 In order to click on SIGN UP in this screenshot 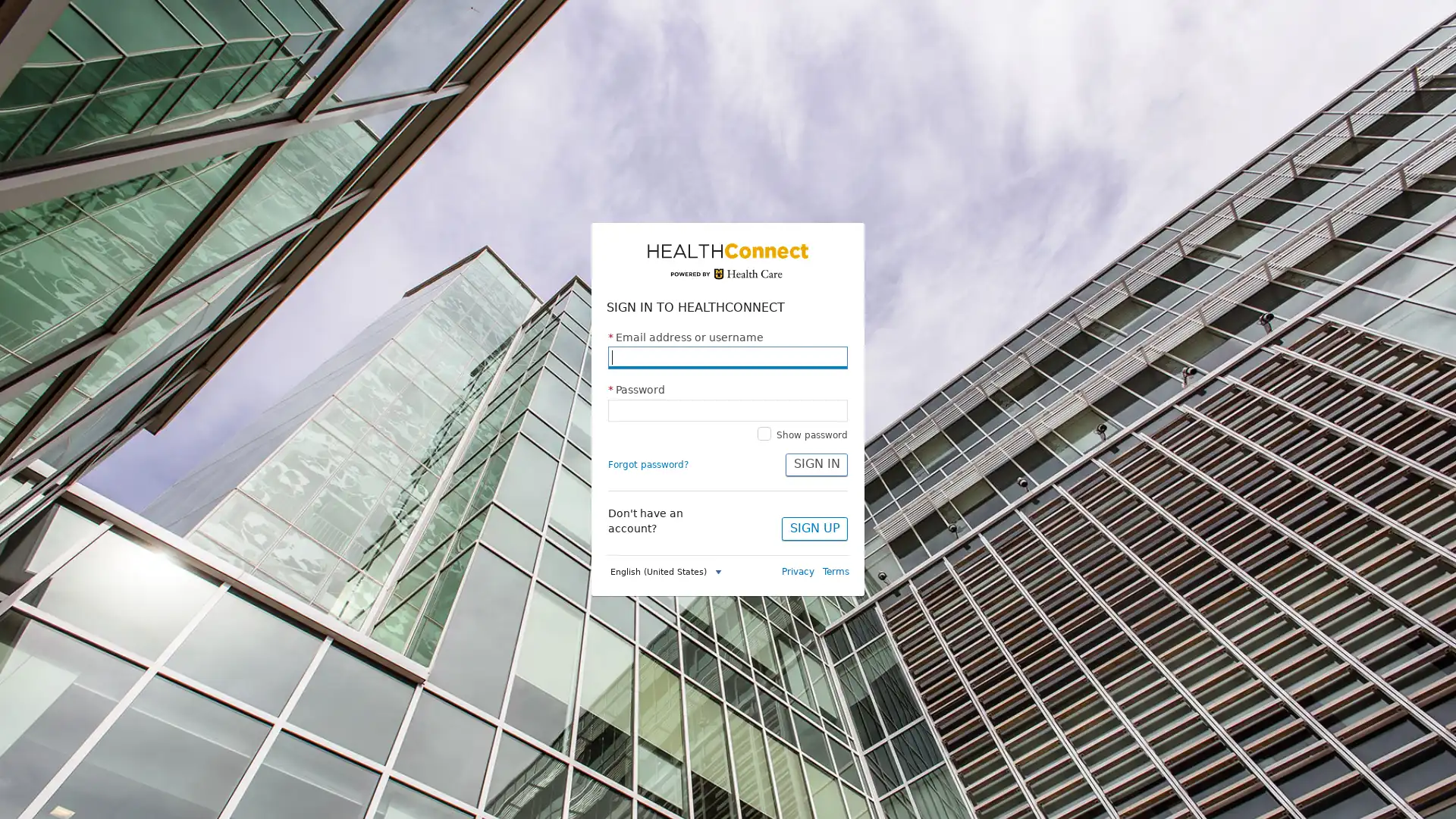, I will do `click(814, 528)`.